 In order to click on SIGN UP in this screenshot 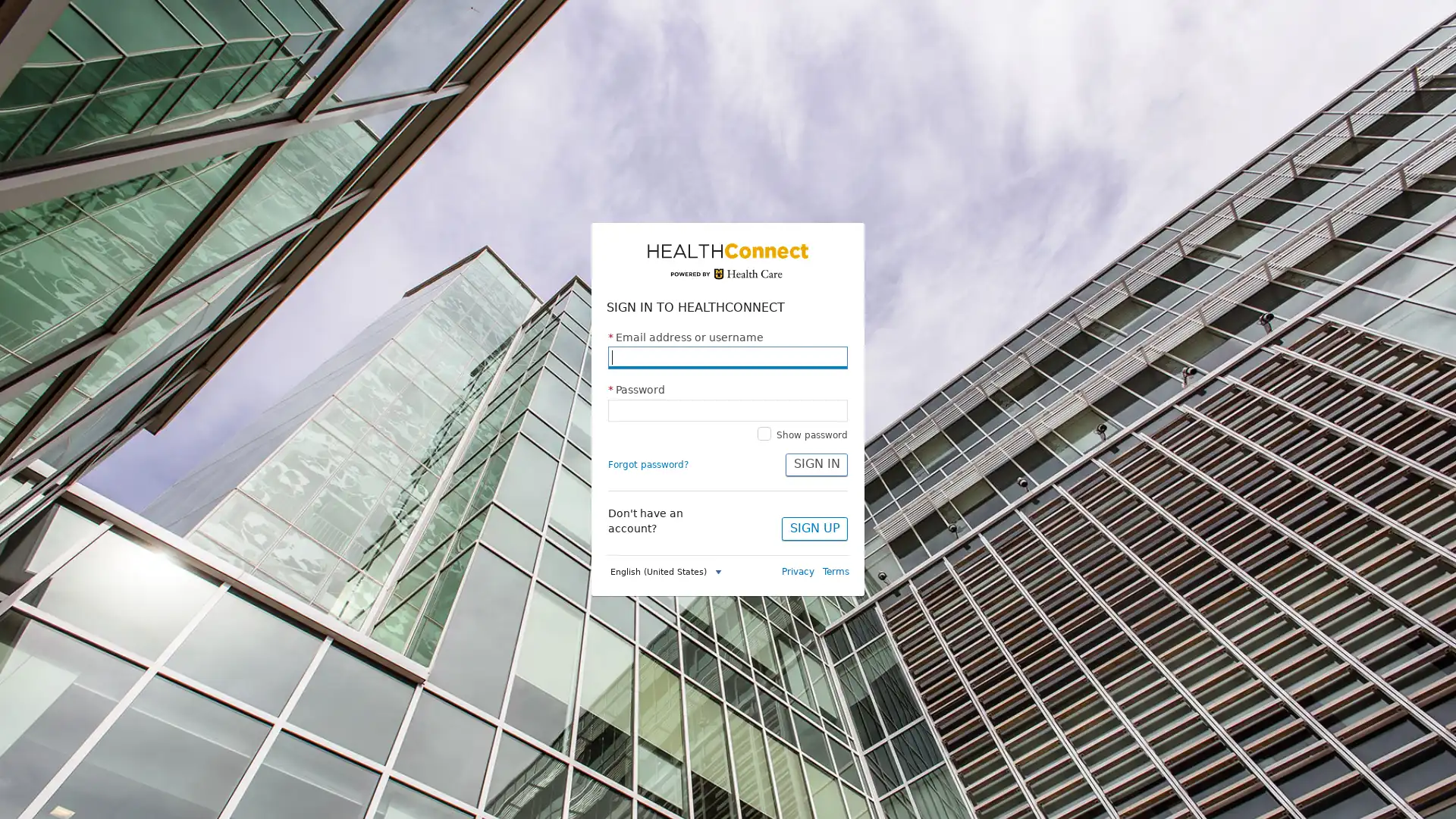, I will do `click(814, 528)`.